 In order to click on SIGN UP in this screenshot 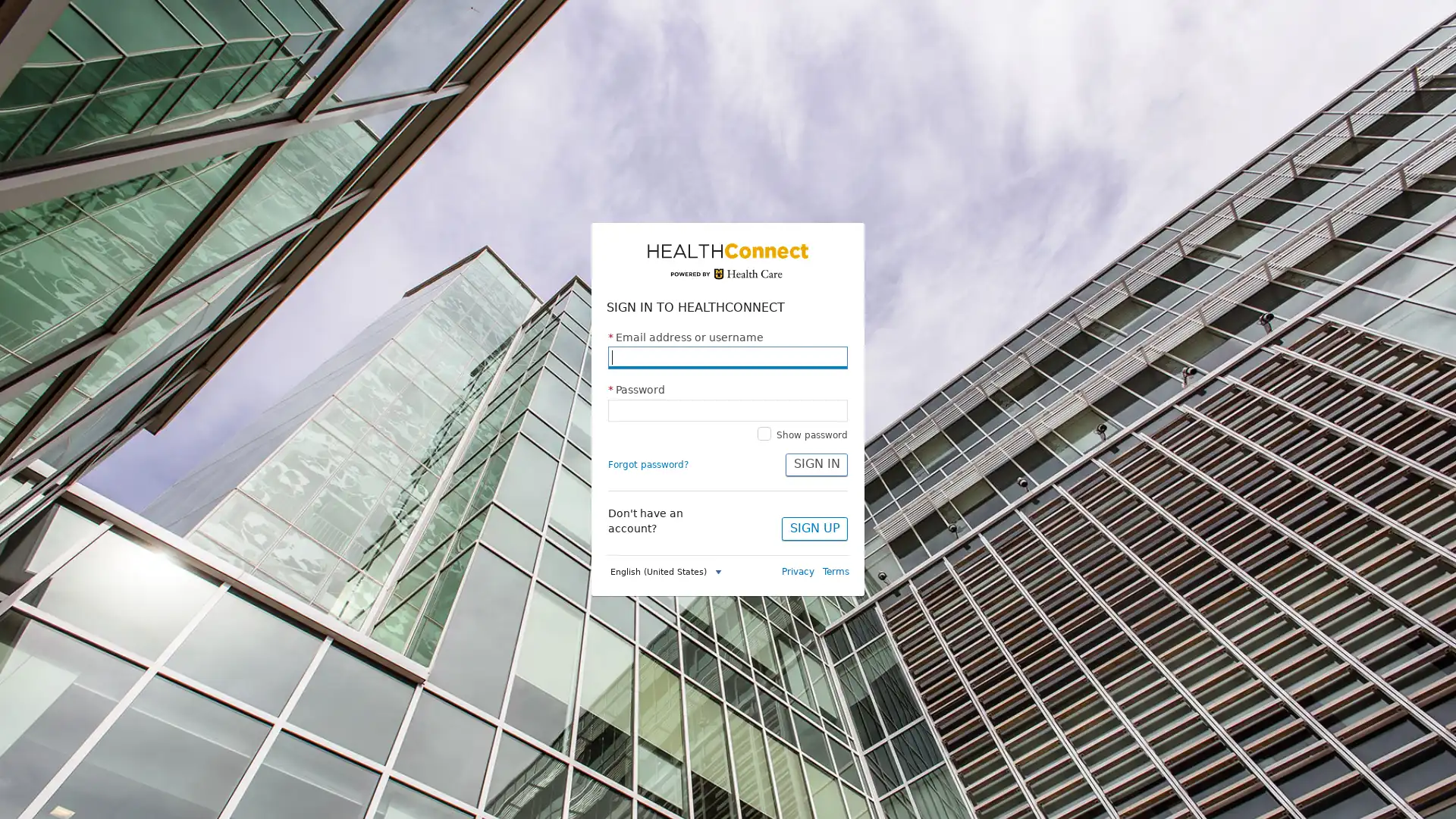, I will do `click(814, 528)`.